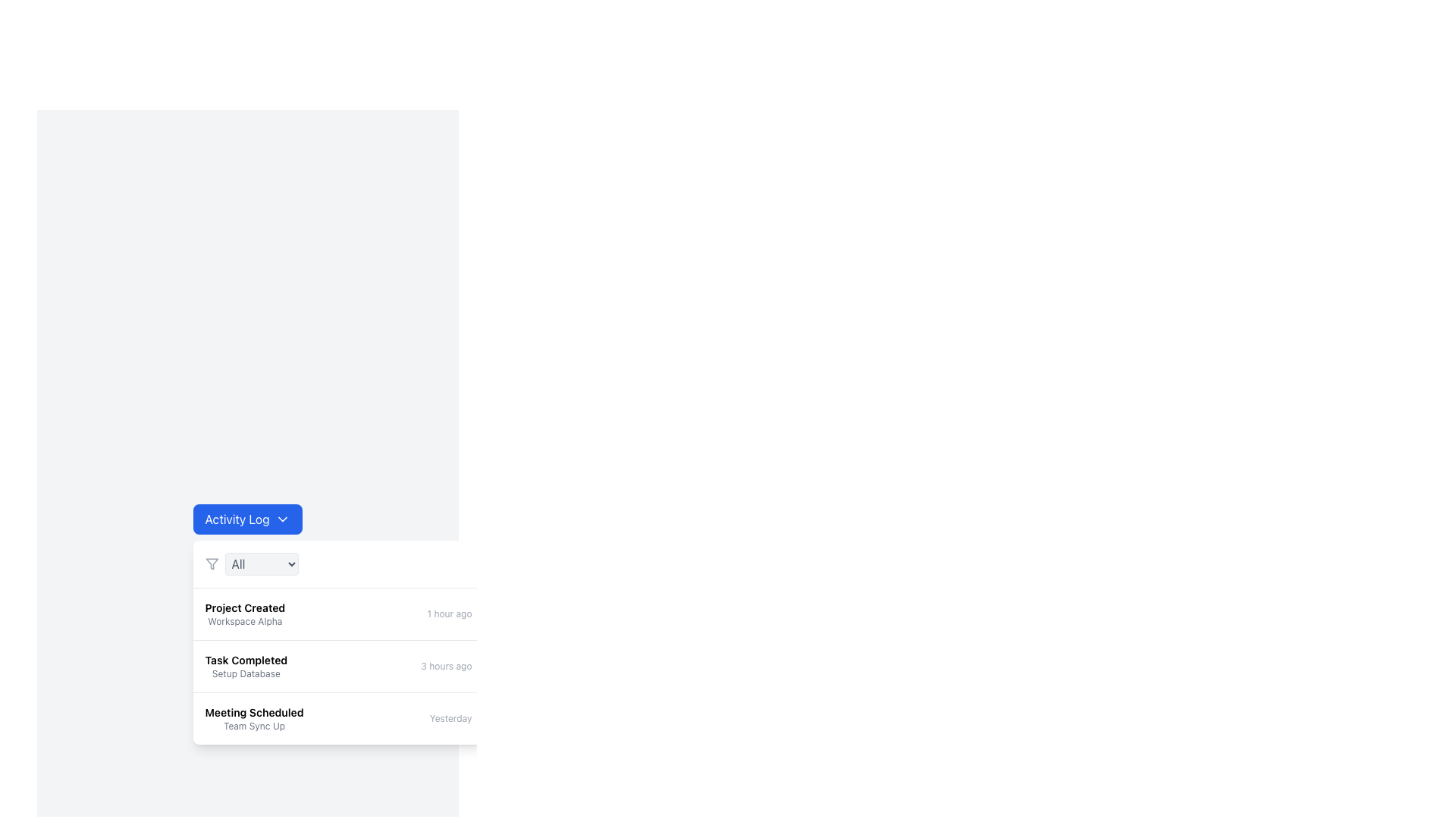  What do you see at coordinates (254, 718) in the screenshot?
I see `the 'Meeting Scheduled' entry in the activity log` at bounding box center [254, 718].